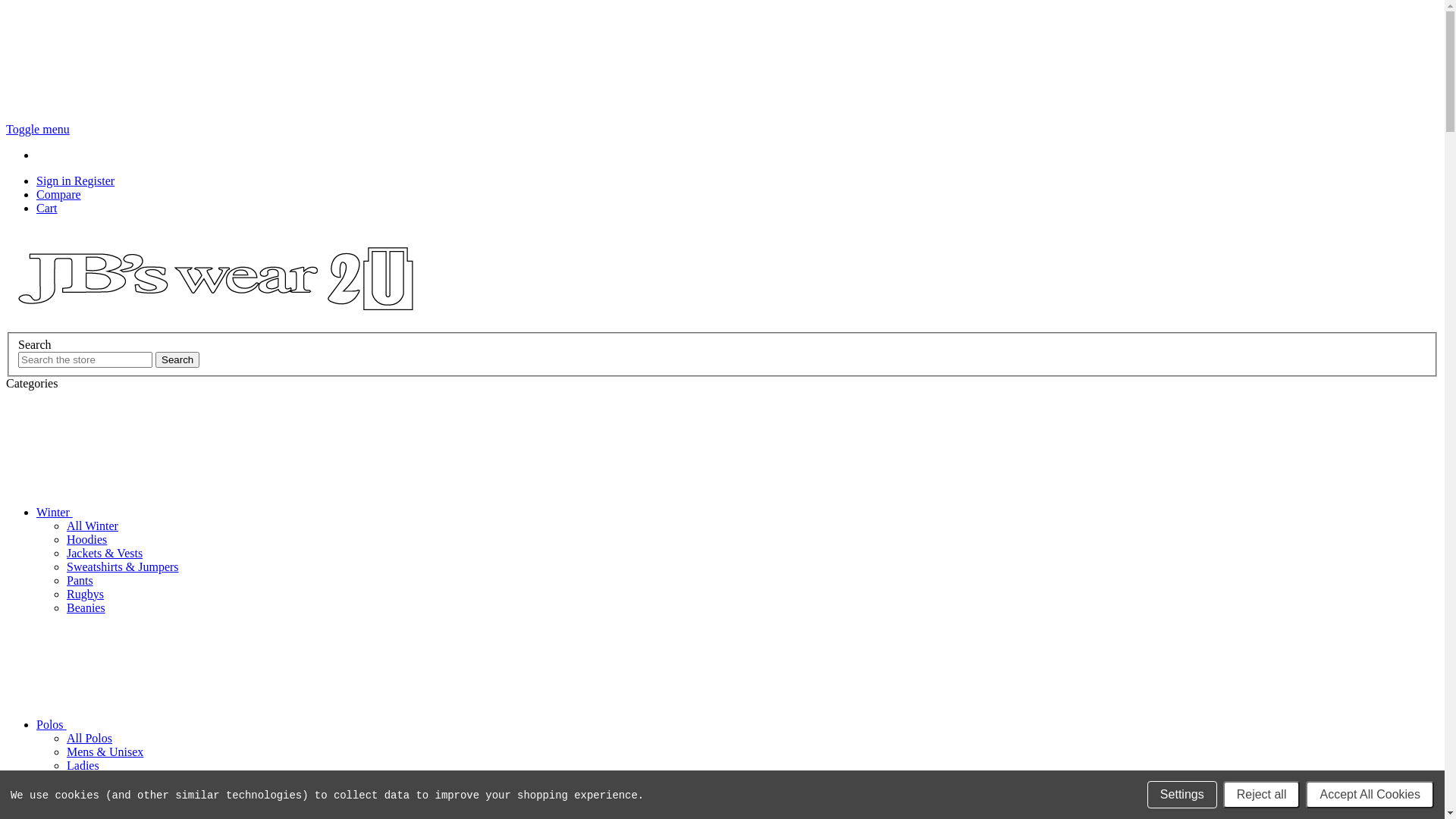 This screenshot has height=819, width=1456. What do you see at coordinates (177, 359) in the screenshot?
I see `'Search'` at bounding box center [177, 359].